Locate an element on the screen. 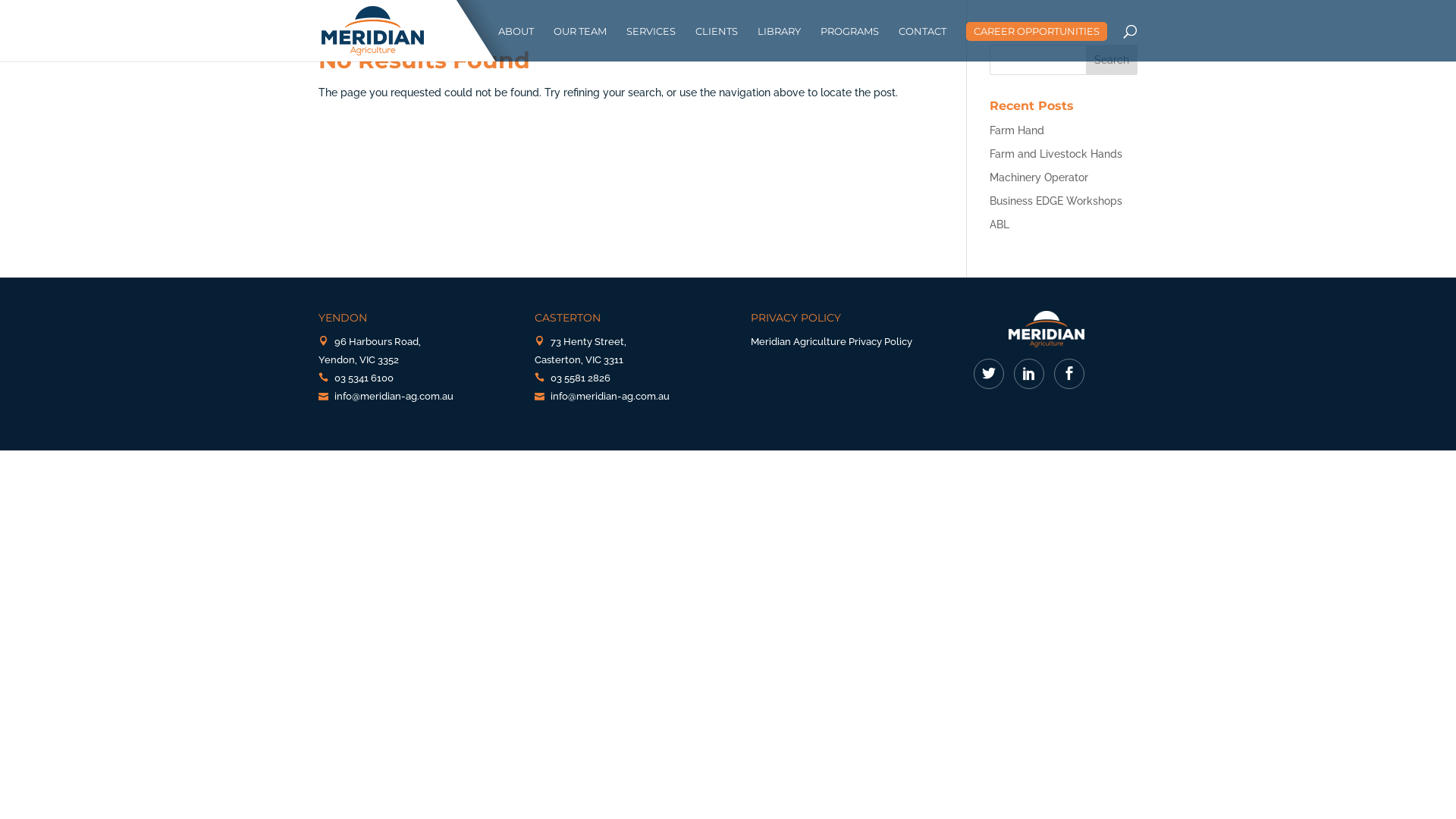 The width and height of the screenshot is (1456, 819). 'CONTACT' is located at coordinates (899, 42).